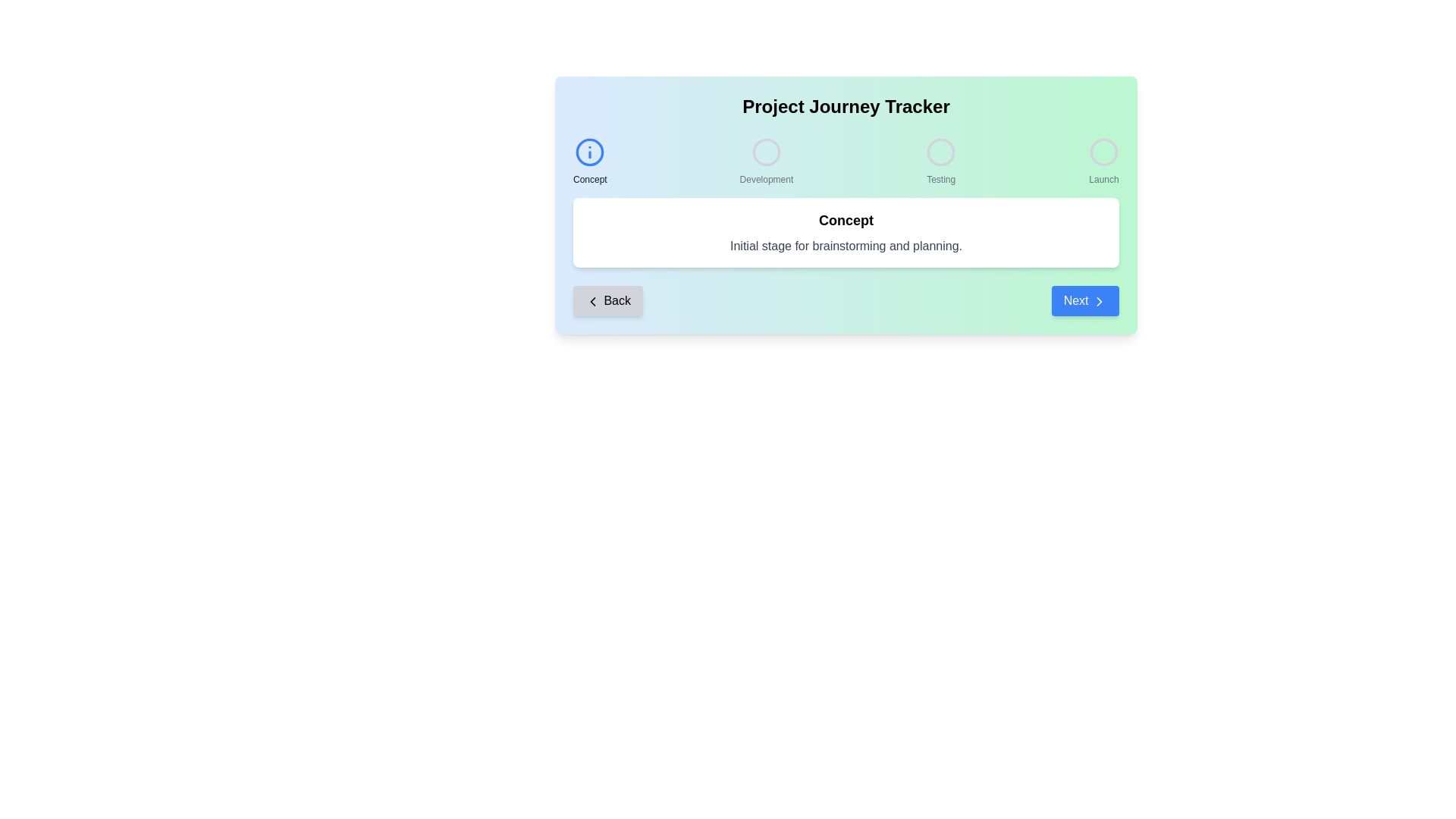 This screenshot has height=819, width=1456. What do you see at coordinates (940, 152) in the screenshot?
I see `the state of the third step indicator in the progress layout, which represents the 'Testing' stage` at bounding box center [940, 152].